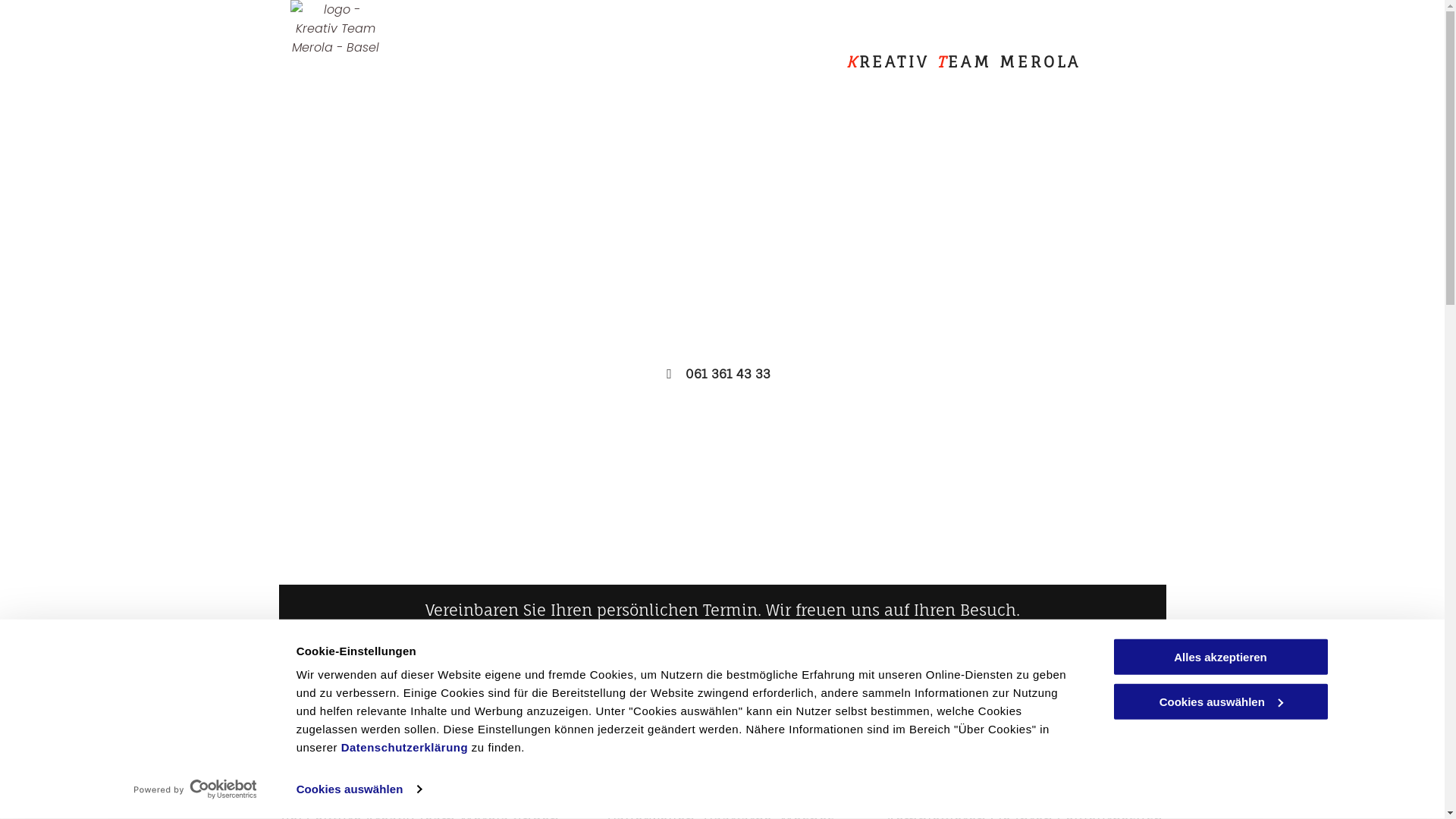 The width and height of the screenshot is (1456, 819). What do you see at coordinates (1219, 656) in the screenshot?
I see `'Alles akzeptieren'` at bounding box center [1219, 656].